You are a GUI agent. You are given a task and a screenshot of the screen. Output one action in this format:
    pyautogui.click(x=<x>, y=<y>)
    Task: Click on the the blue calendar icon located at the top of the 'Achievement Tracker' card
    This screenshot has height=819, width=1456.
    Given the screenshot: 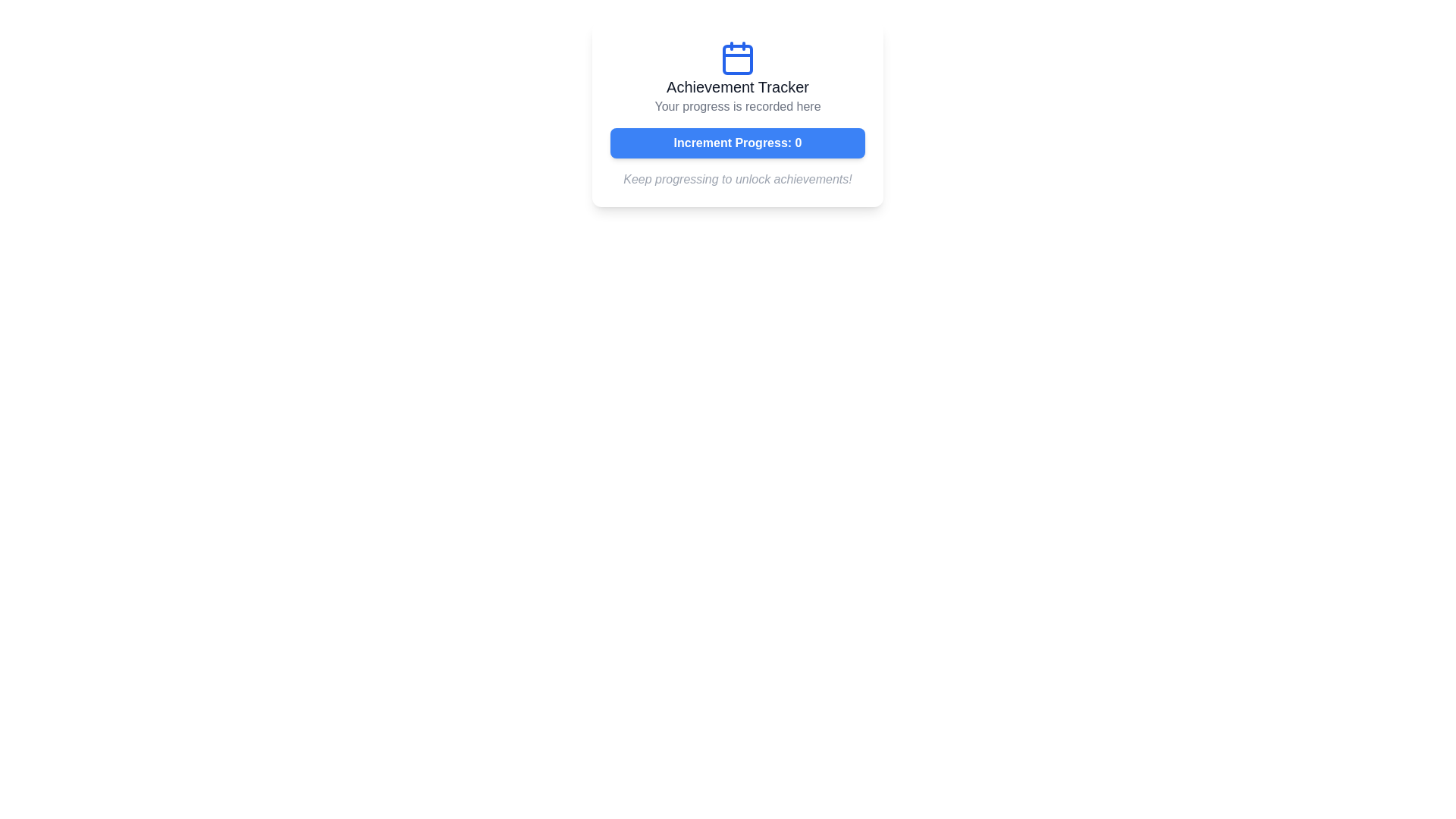 What is the action you would take?
    pyautogui.click(x=738, y=58)
    